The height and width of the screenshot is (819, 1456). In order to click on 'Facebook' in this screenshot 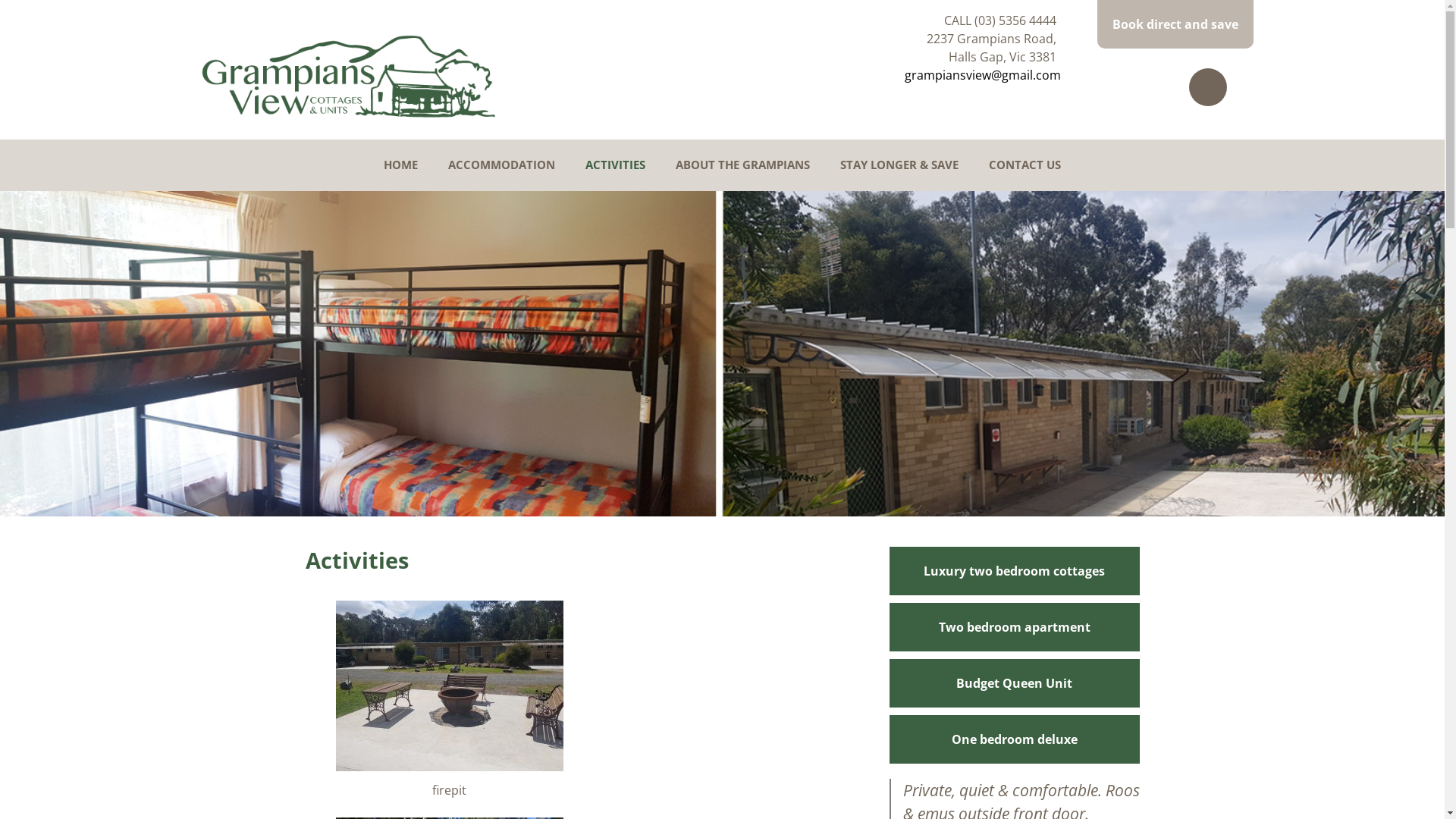, I will do `click(1188, 87)`.